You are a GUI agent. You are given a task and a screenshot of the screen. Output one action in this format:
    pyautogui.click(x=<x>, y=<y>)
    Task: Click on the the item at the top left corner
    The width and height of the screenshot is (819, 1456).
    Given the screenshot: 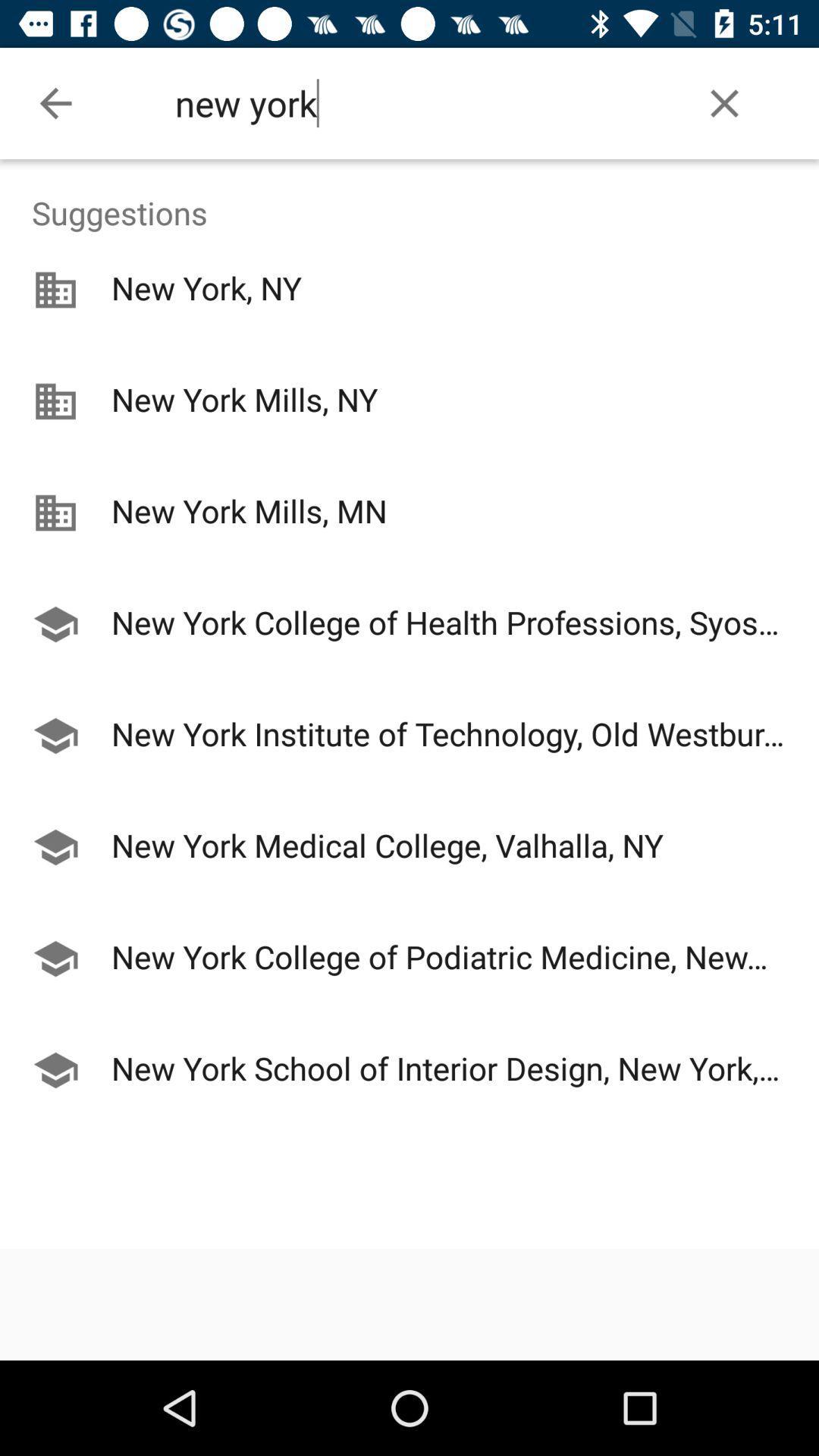 What is the action you would take?
    pyautogui.click(x=55, y=102)
    